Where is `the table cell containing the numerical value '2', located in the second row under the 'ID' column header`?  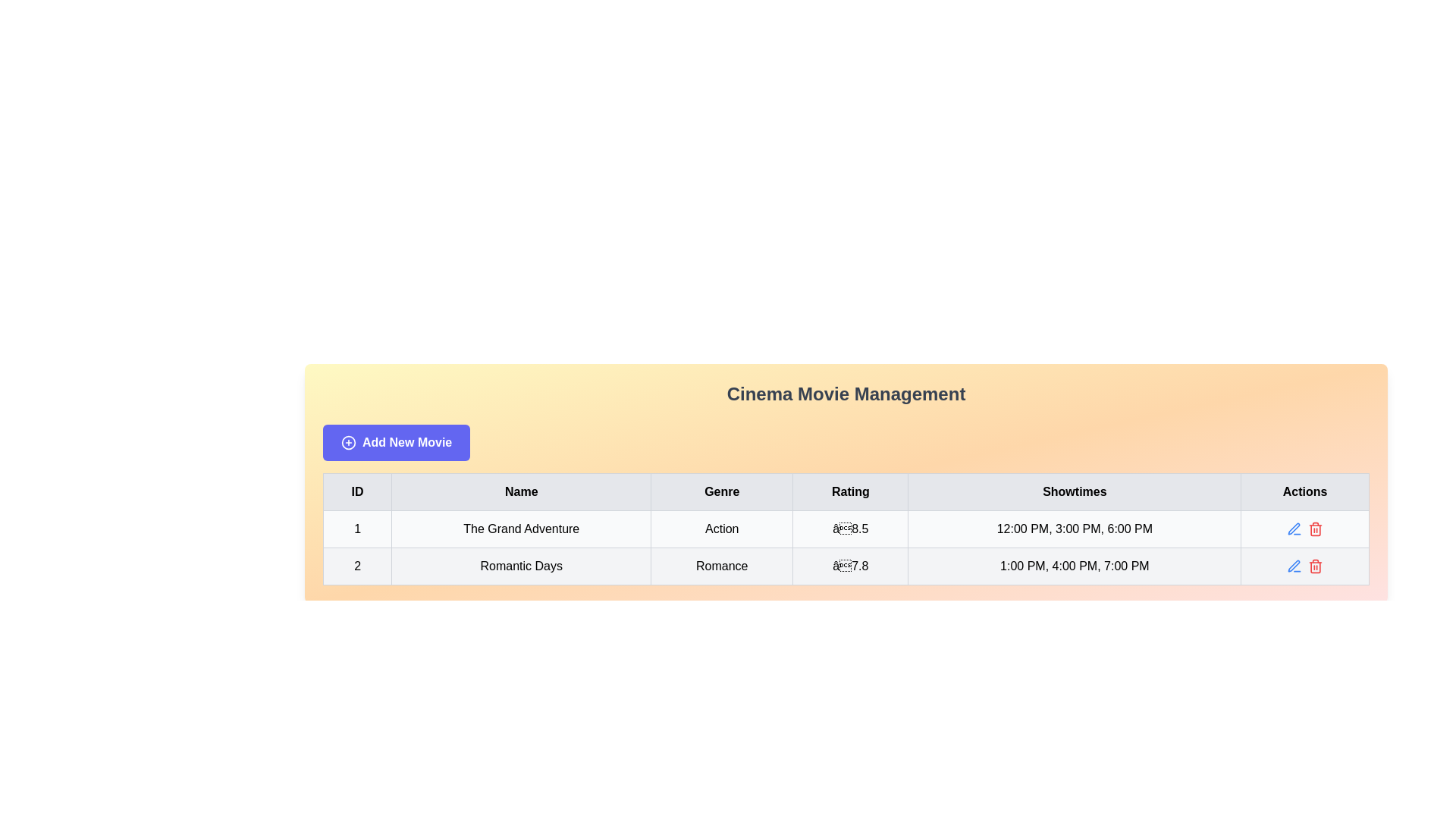 the table cell containing the numerical value '2', located in the second row under the 'ID' column header is located at coordinates (356, 566).